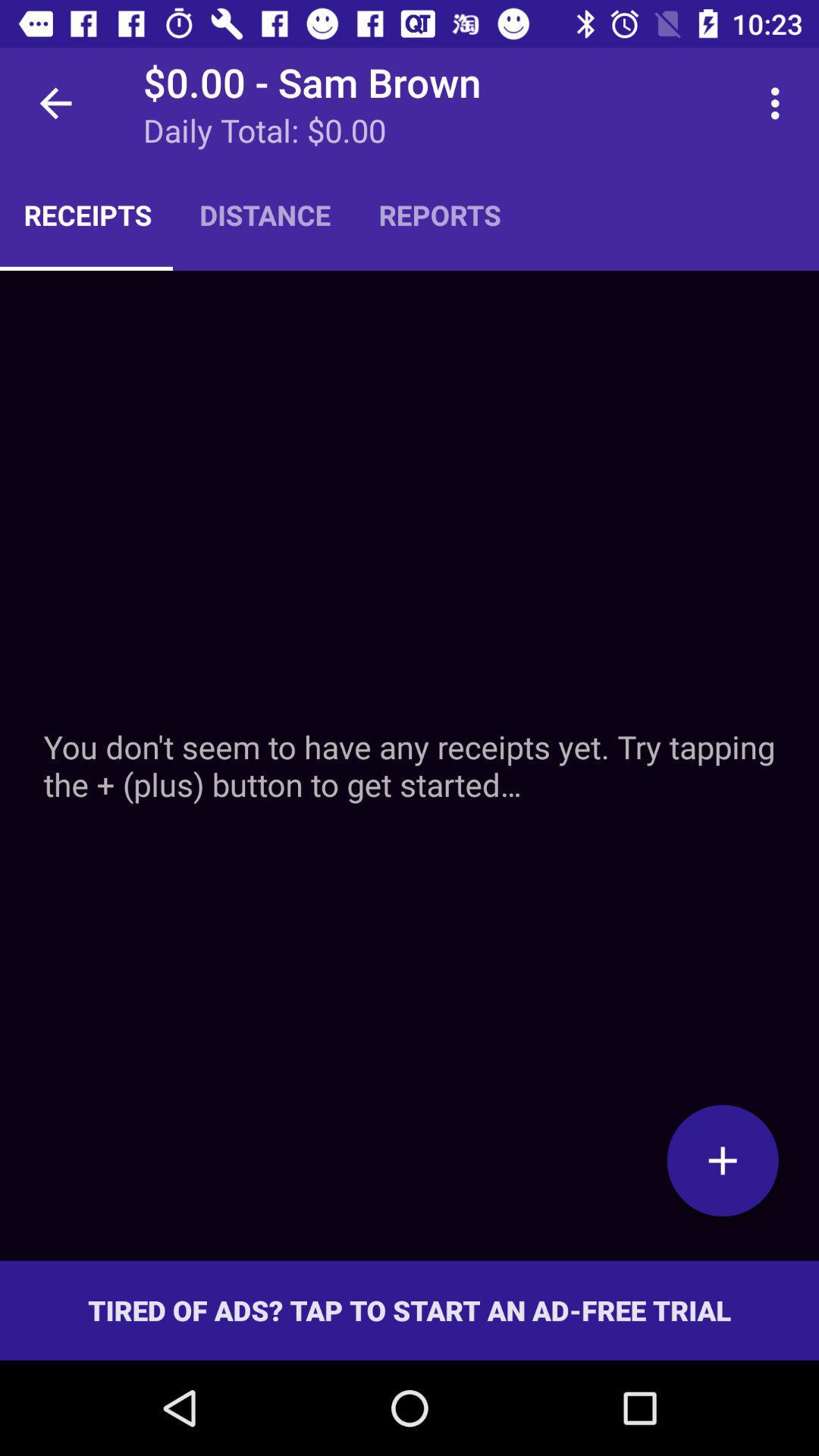 Image resolution: width=819 pixels, height=1456 pixels. I want to click on receipt, so click(409, 765).